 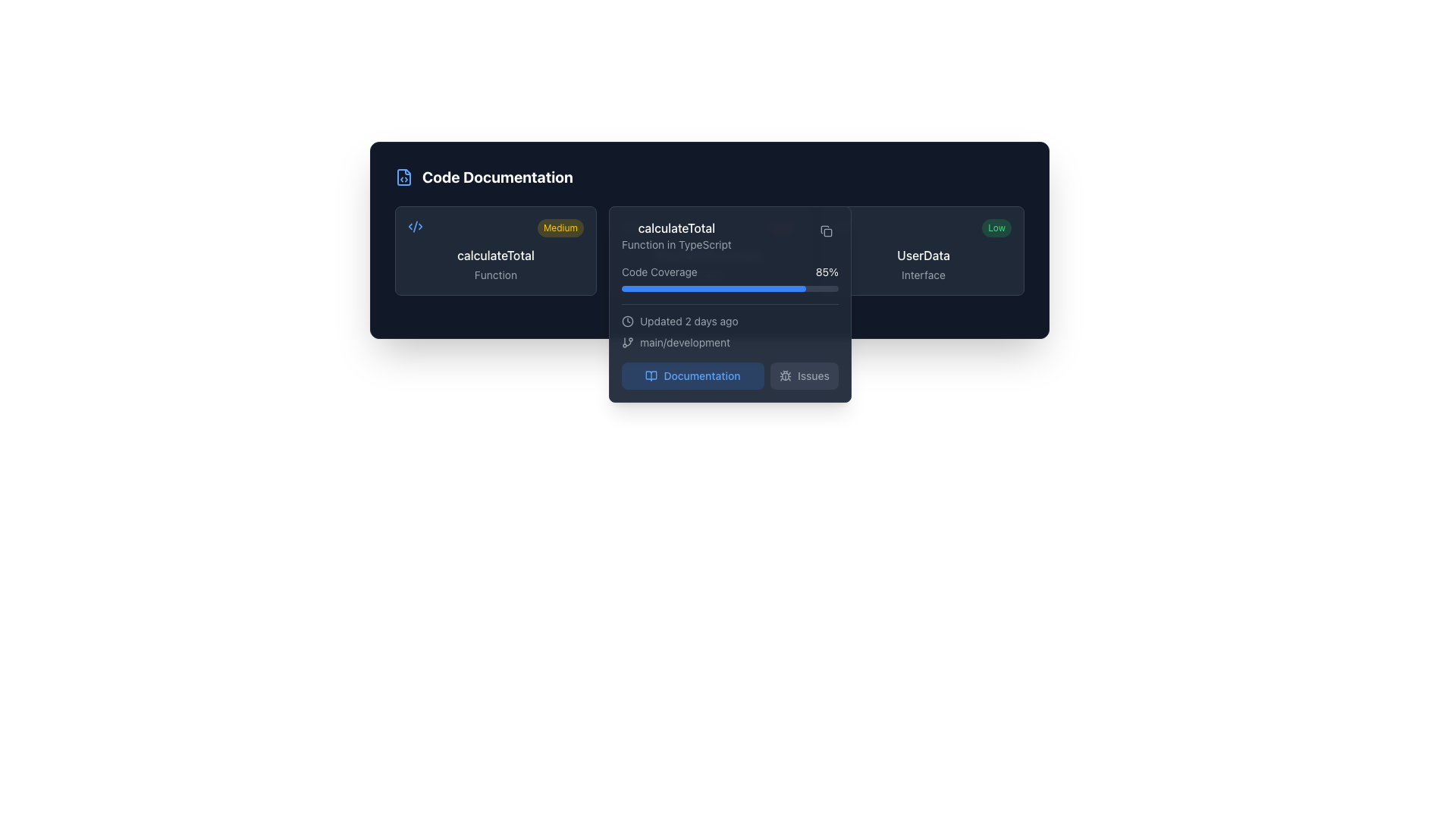 I want to click on the Text label located beneath the 'UserData' label within the card, which serves as a descriptor for the main title, so click(x=923, y=275).